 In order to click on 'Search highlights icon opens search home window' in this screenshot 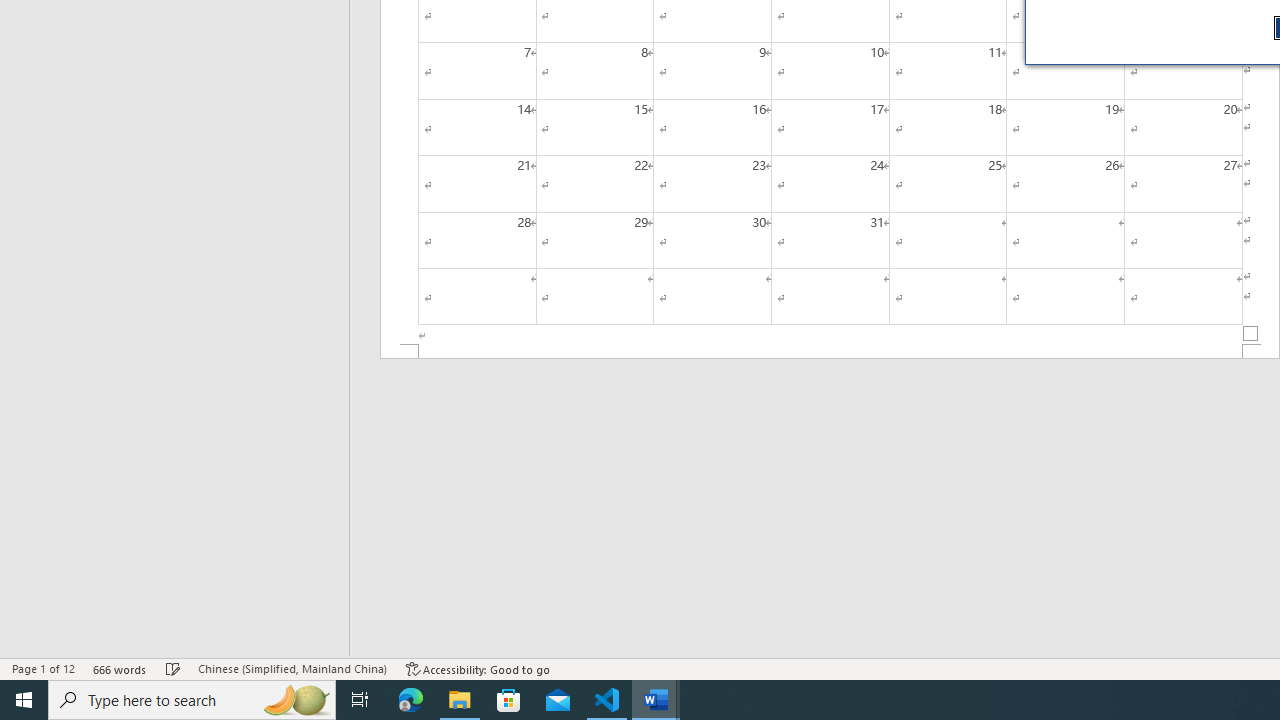, I will do `click(294, 698)`.